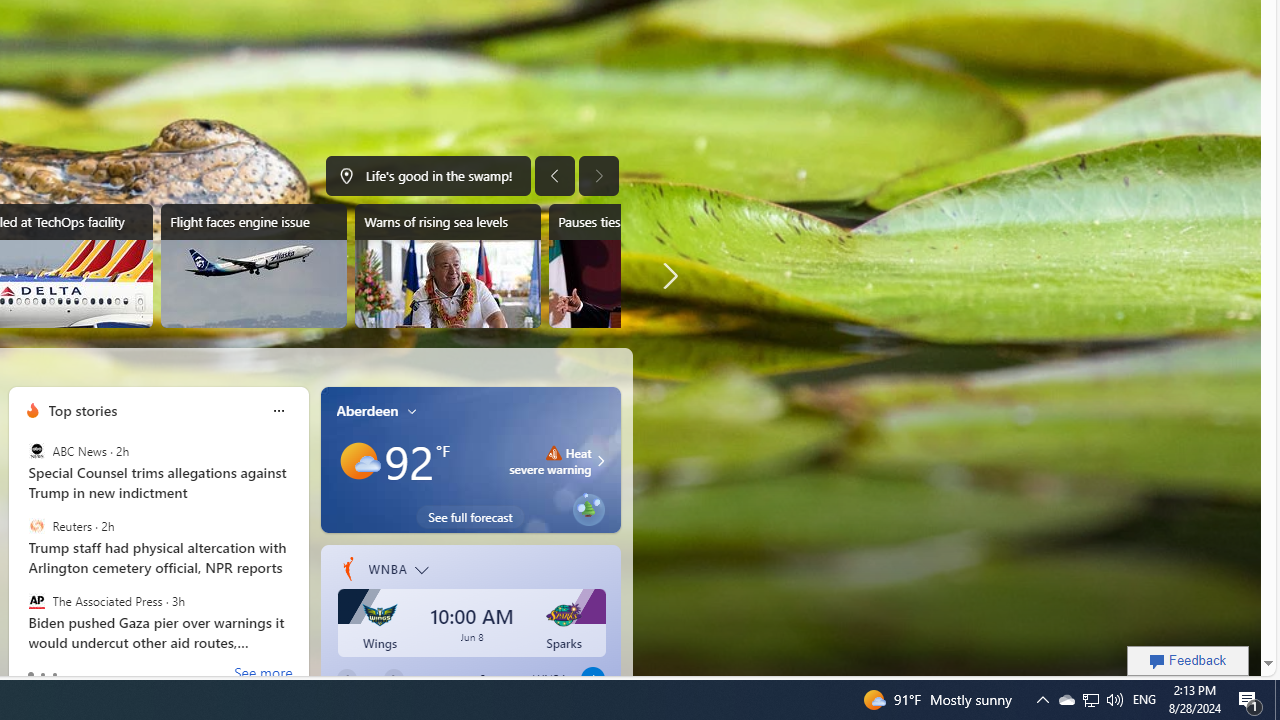  Describe the element at coordinates (641, 265) in the screenshot. I see `'Pauses ties with US embassy'` at that location.